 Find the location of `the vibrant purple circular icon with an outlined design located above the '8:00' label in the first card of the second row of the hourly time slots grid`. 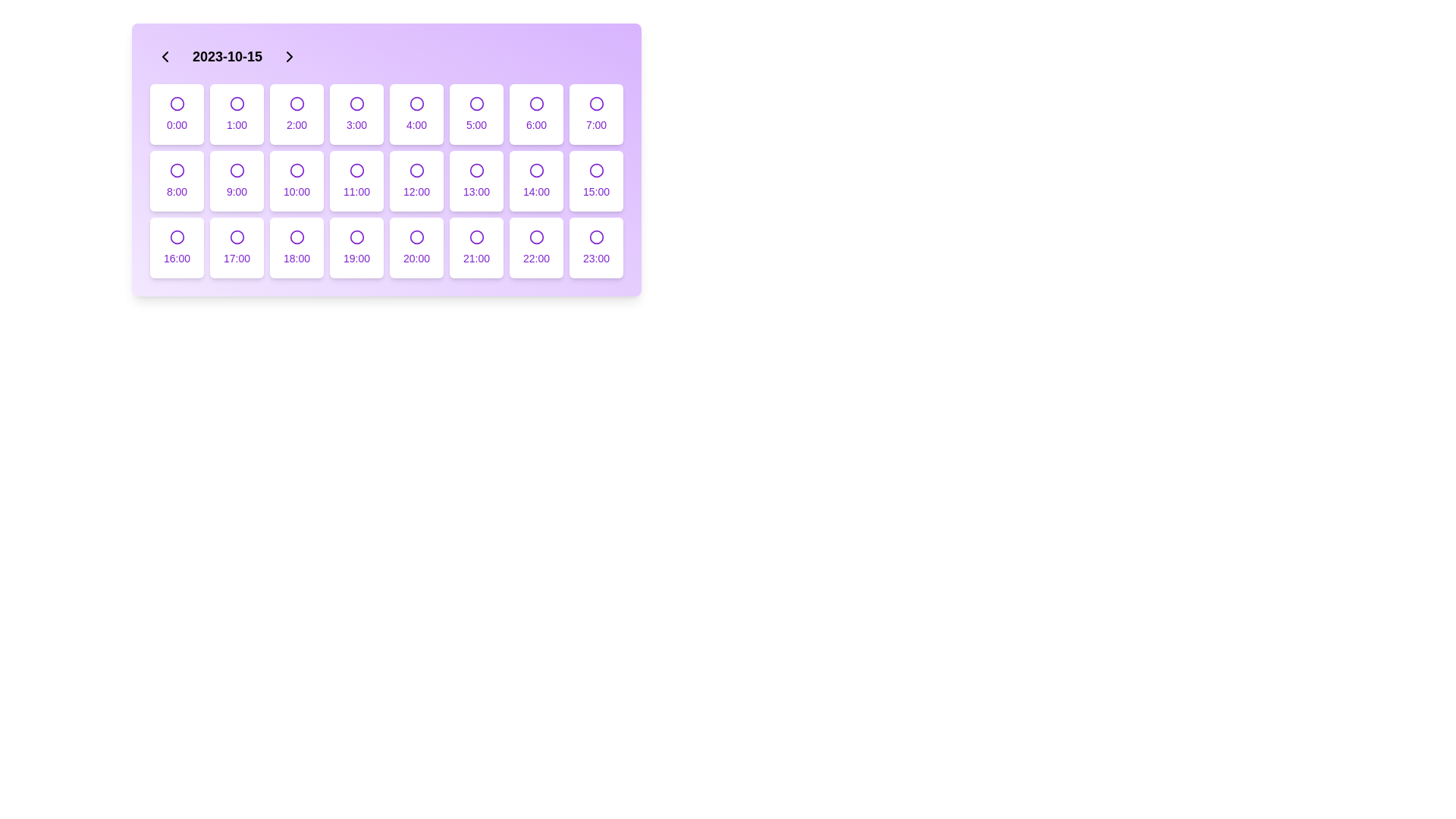

the vibrant purple circular icon with an outlined design located above the '8:00' label in the first card of the second row of the hourly time slots grid is located at coordinates (177, 170).